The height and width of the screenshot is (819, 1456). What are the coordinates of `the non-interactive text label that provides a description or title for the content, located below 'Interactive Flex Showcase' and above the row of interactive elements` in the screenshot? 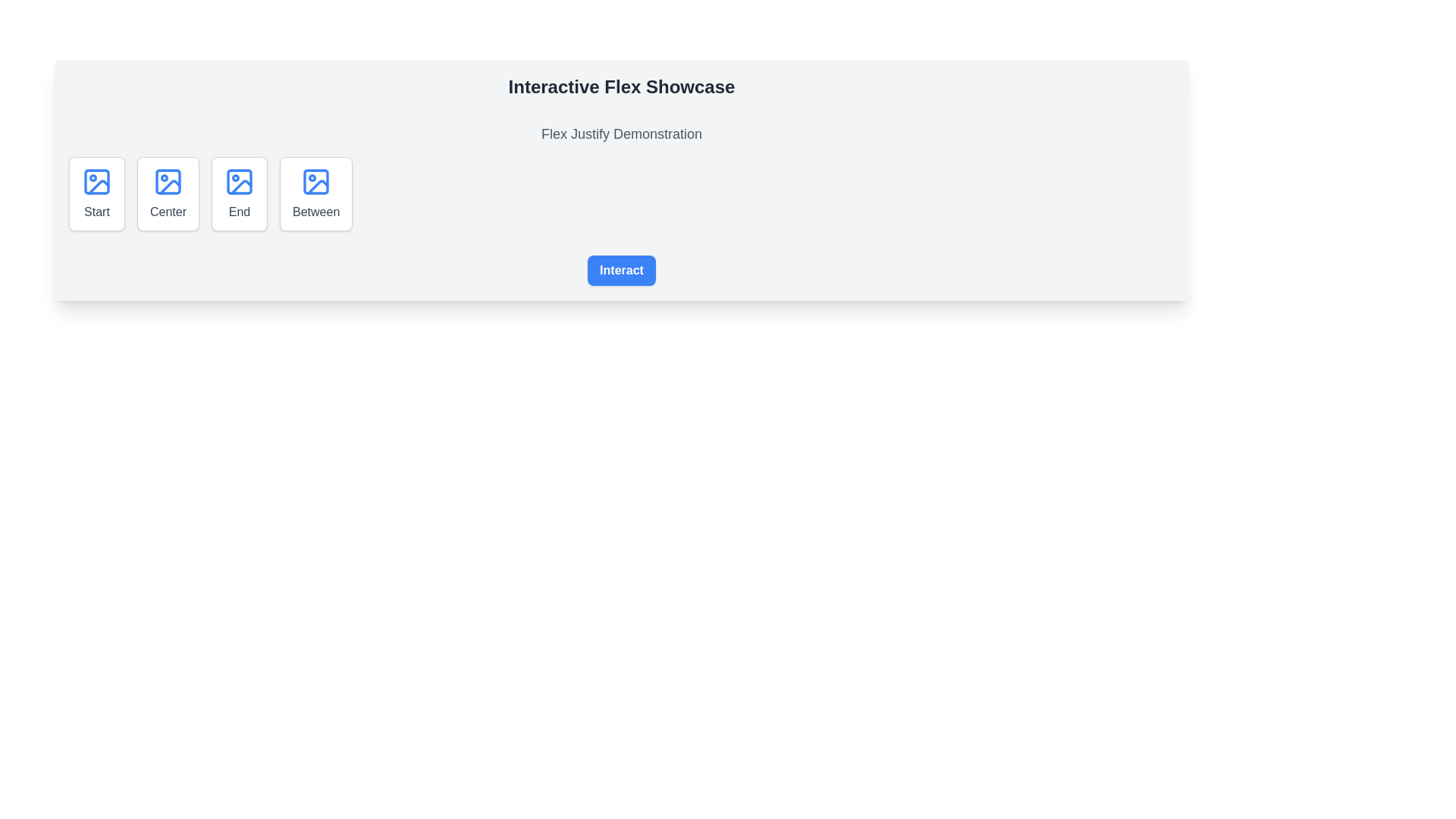 It's located at (622, 133).